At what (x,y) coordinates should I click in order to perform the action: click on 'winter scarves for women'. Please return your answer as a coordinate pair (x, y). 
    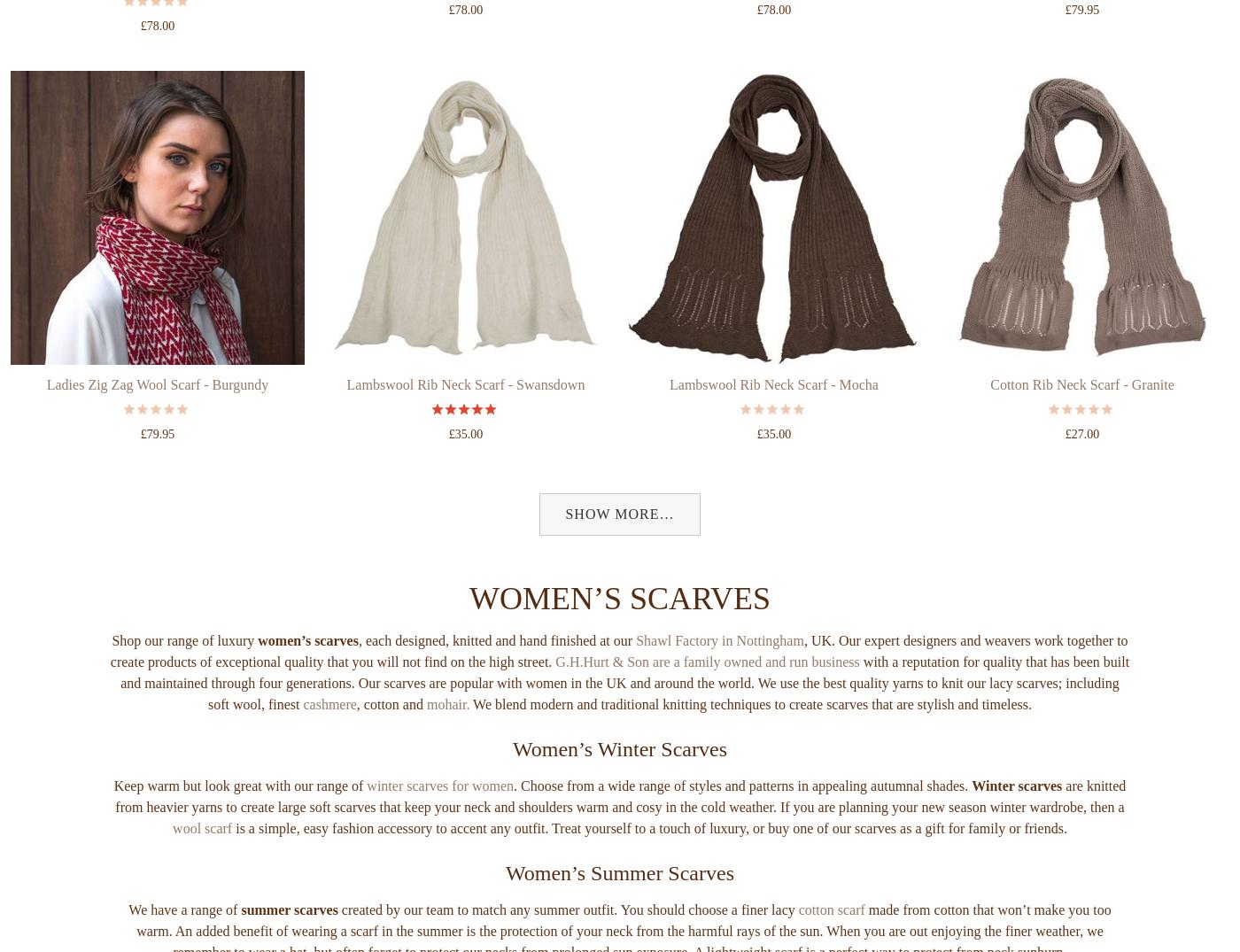
    Looking at the image, I should click on (366, 852).